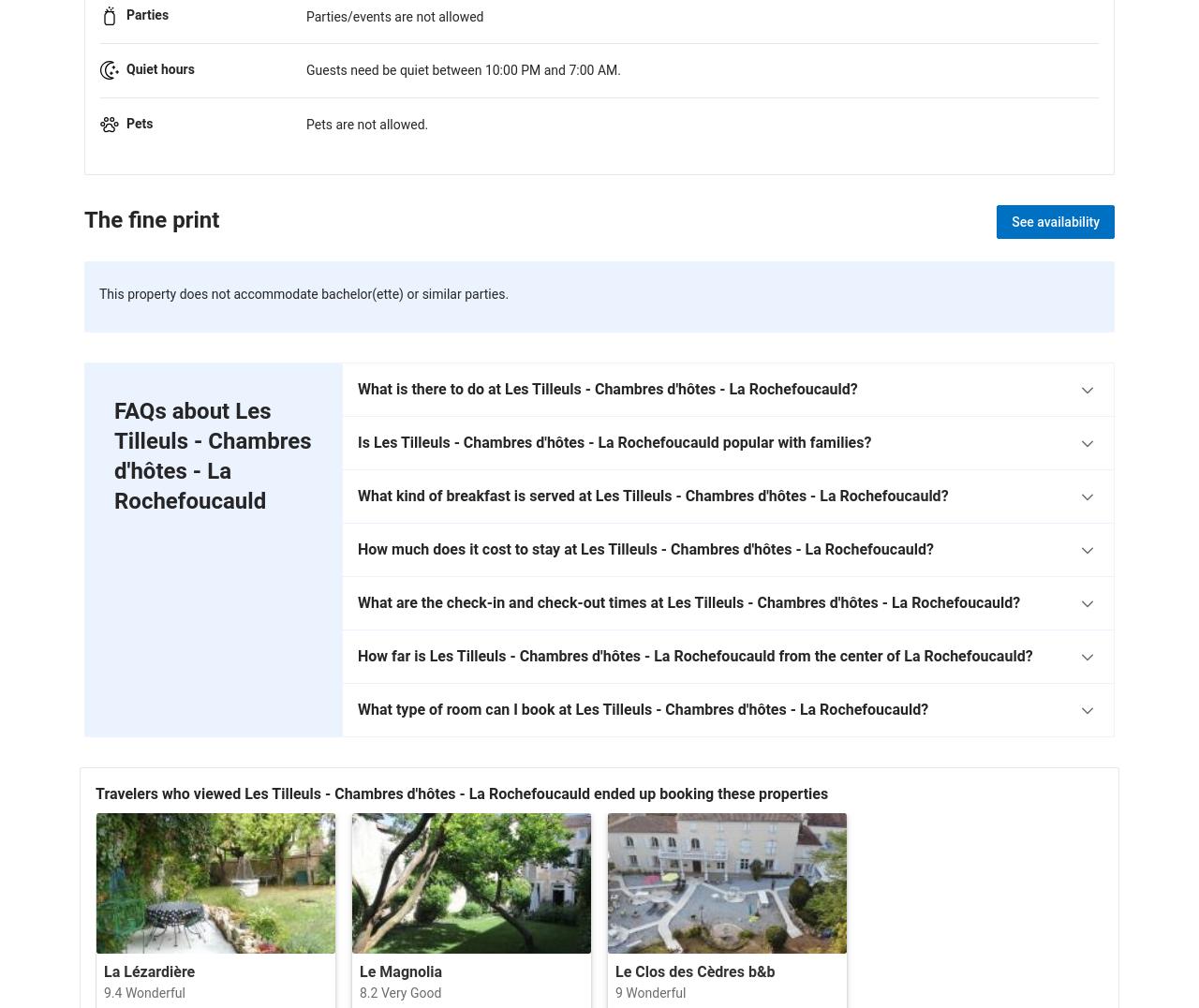 This screenshot has height=1008, width=1199. Describe the element at coordinates (1056, 222) in the screenshot. I see `'See availability'` at that location.